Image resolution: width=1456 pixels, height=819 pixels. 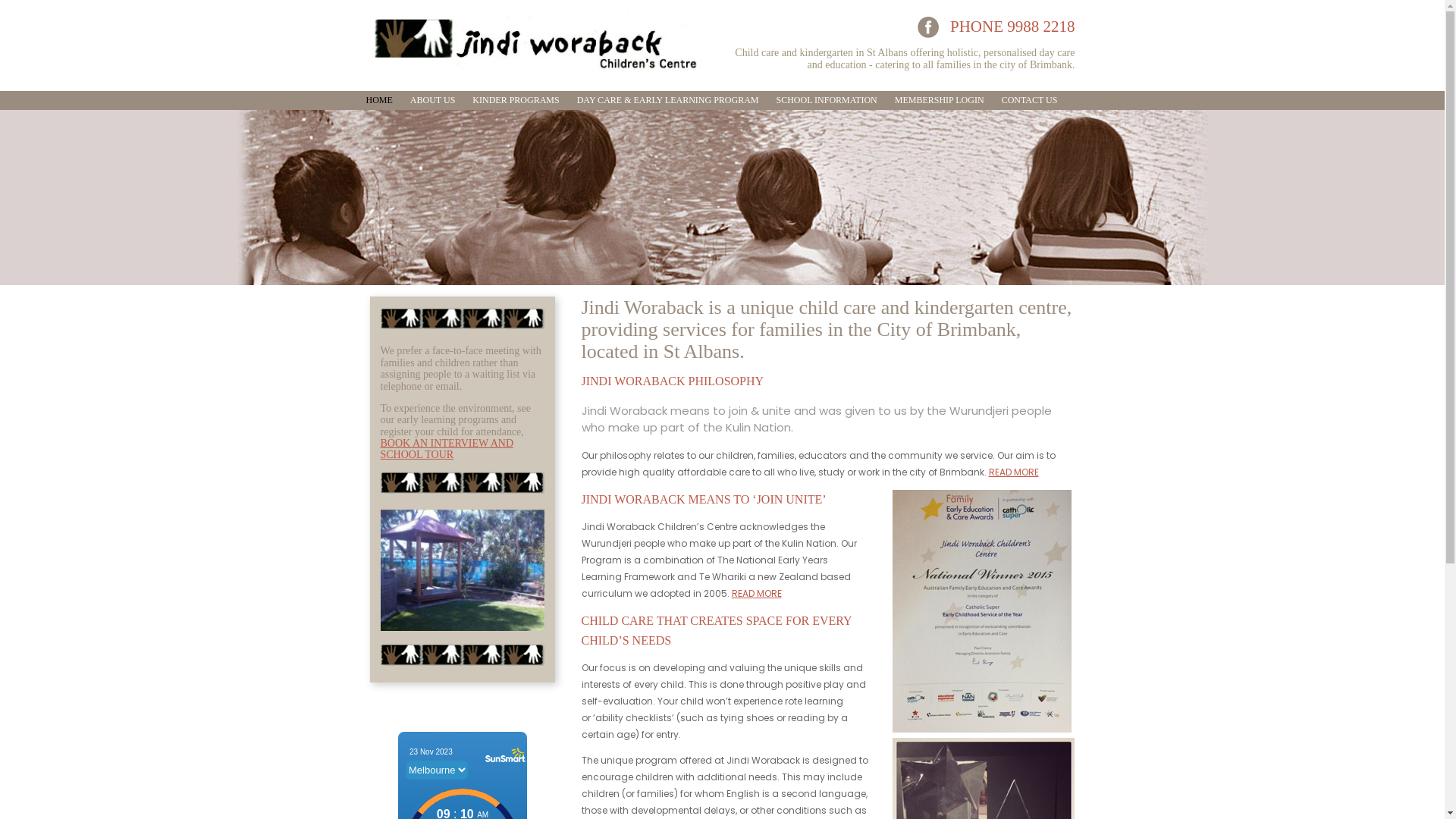 What do you see at coordinates (938, 100) in the screenshot?
I see `'MEMBERSHIP LOGIN'` at bounding box center [938, 100].